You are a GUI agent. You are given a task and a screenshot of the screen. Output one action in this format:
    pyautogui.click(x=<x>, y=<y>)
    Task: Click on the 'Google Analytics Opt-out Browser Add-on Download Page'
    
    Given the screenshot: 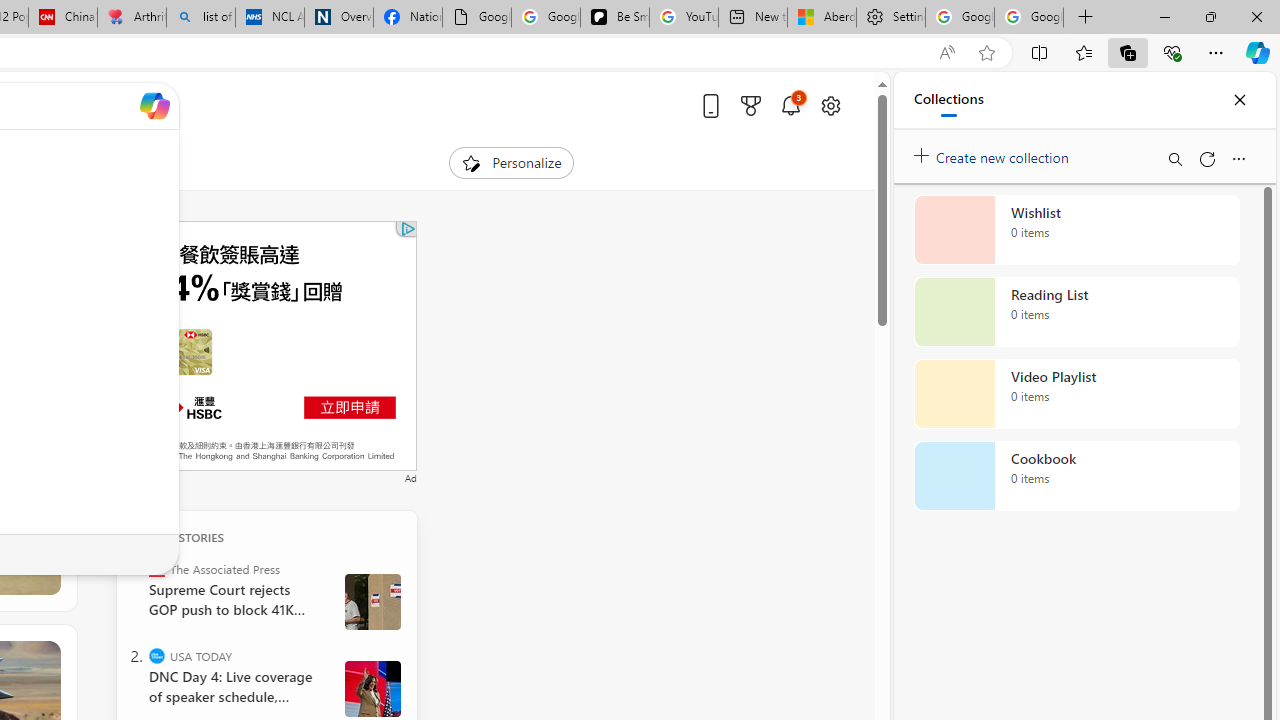 What is the action you would take?
    pyautogui.click(x=475, y=17)
    